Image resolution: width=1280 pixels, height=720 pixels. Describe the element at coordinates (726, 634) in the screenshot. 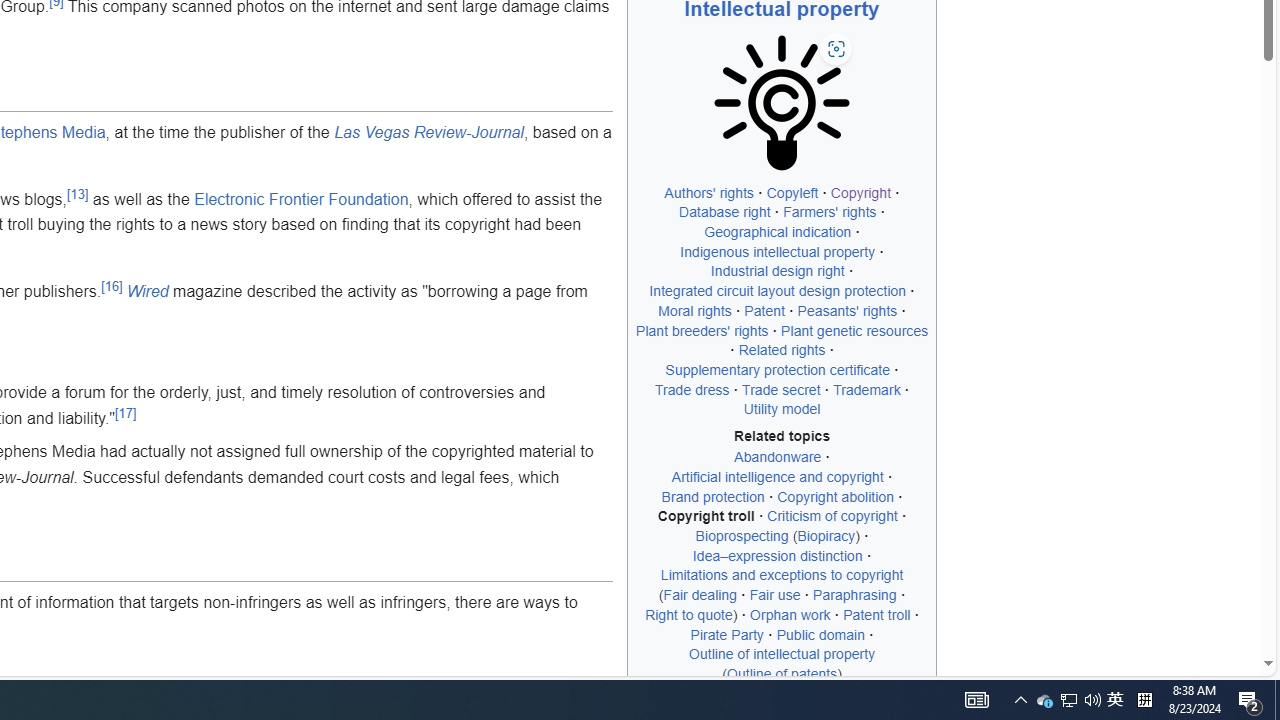

I see `'Pirate Party'` at that location.